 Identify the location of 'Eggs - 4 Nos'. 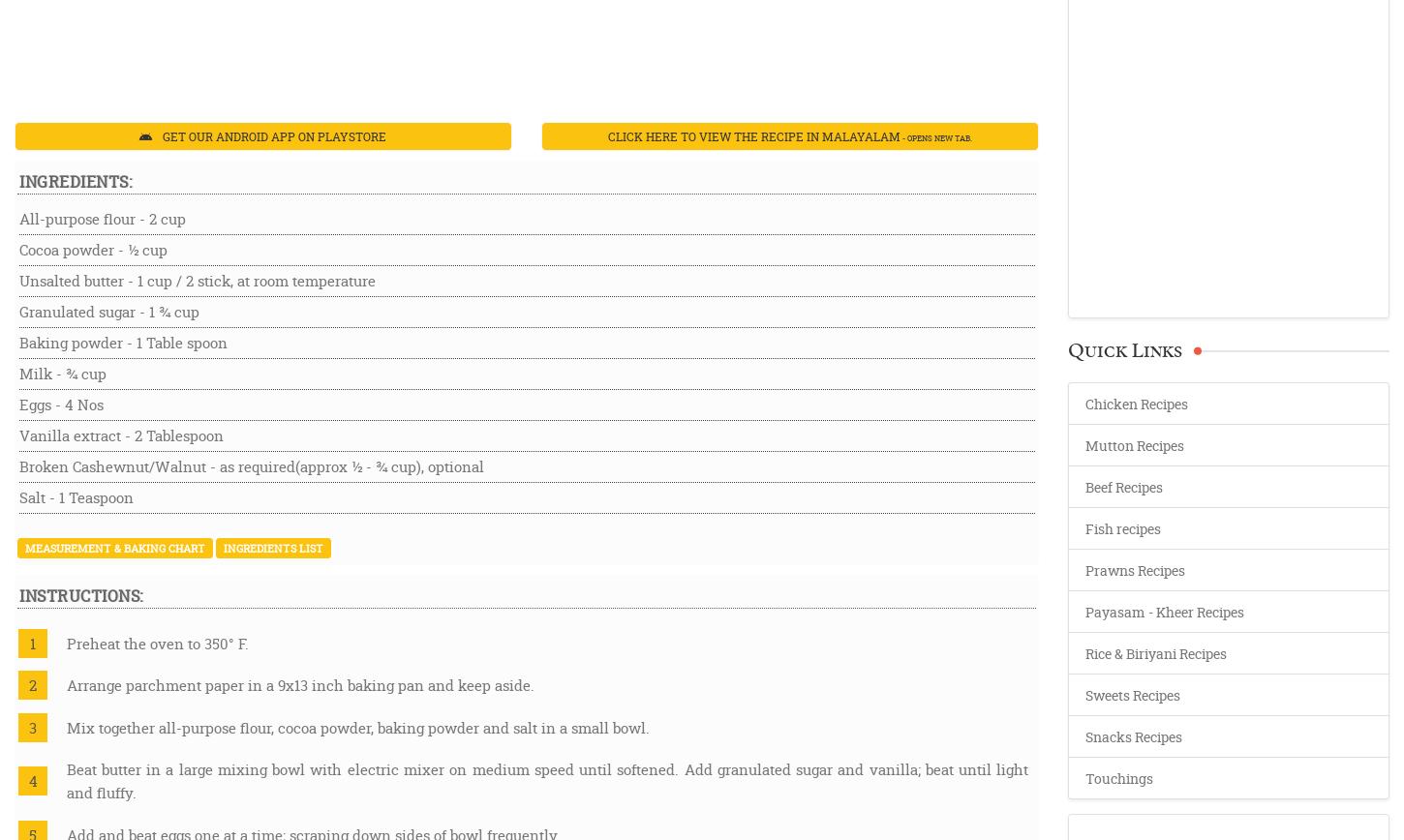
(61, 405).